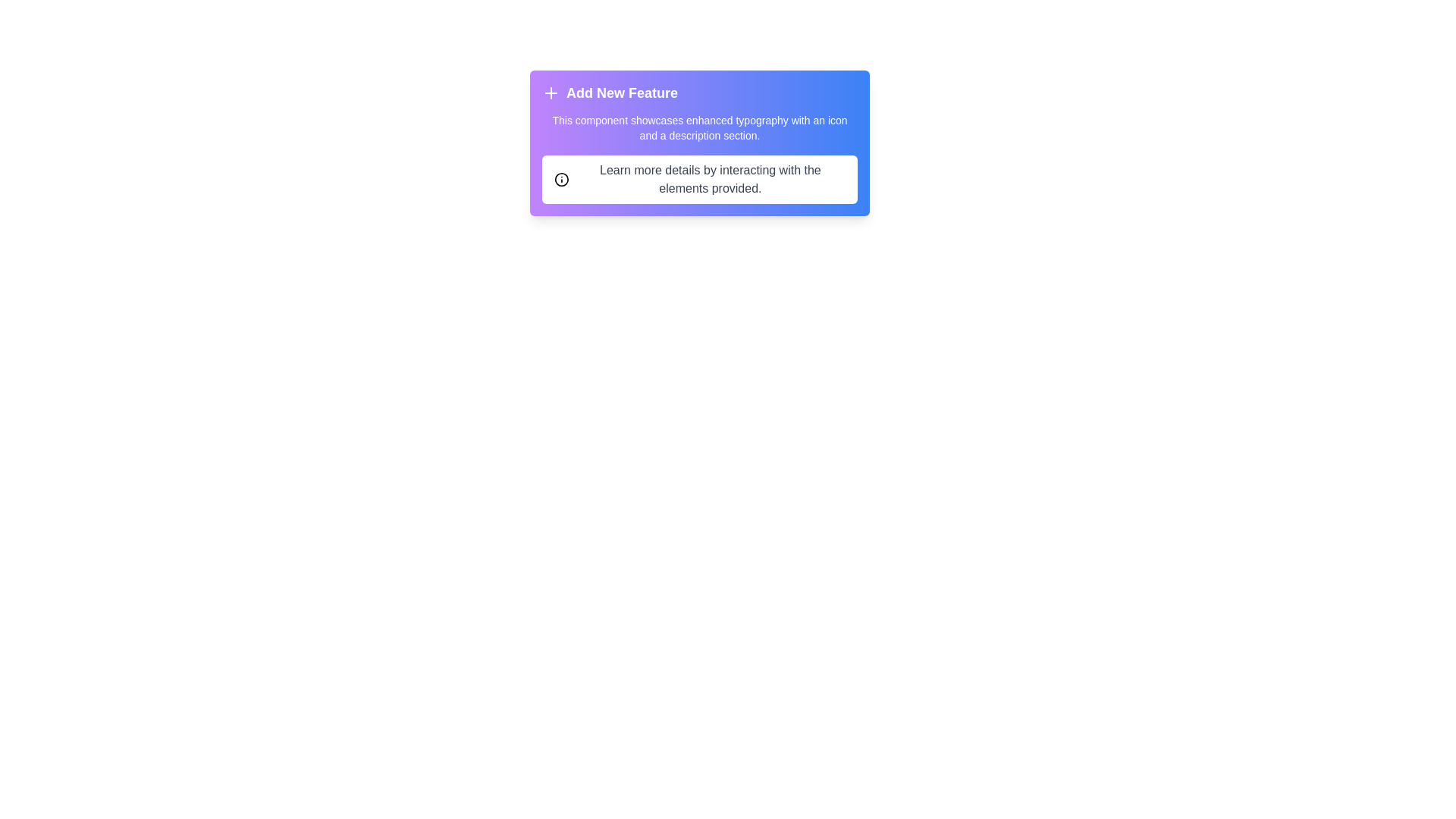 This screenshot has width=1456, height=819. I want to click on the SVG circle icon located to the left of the descriptive text within the card-like component, so click(560, 178).